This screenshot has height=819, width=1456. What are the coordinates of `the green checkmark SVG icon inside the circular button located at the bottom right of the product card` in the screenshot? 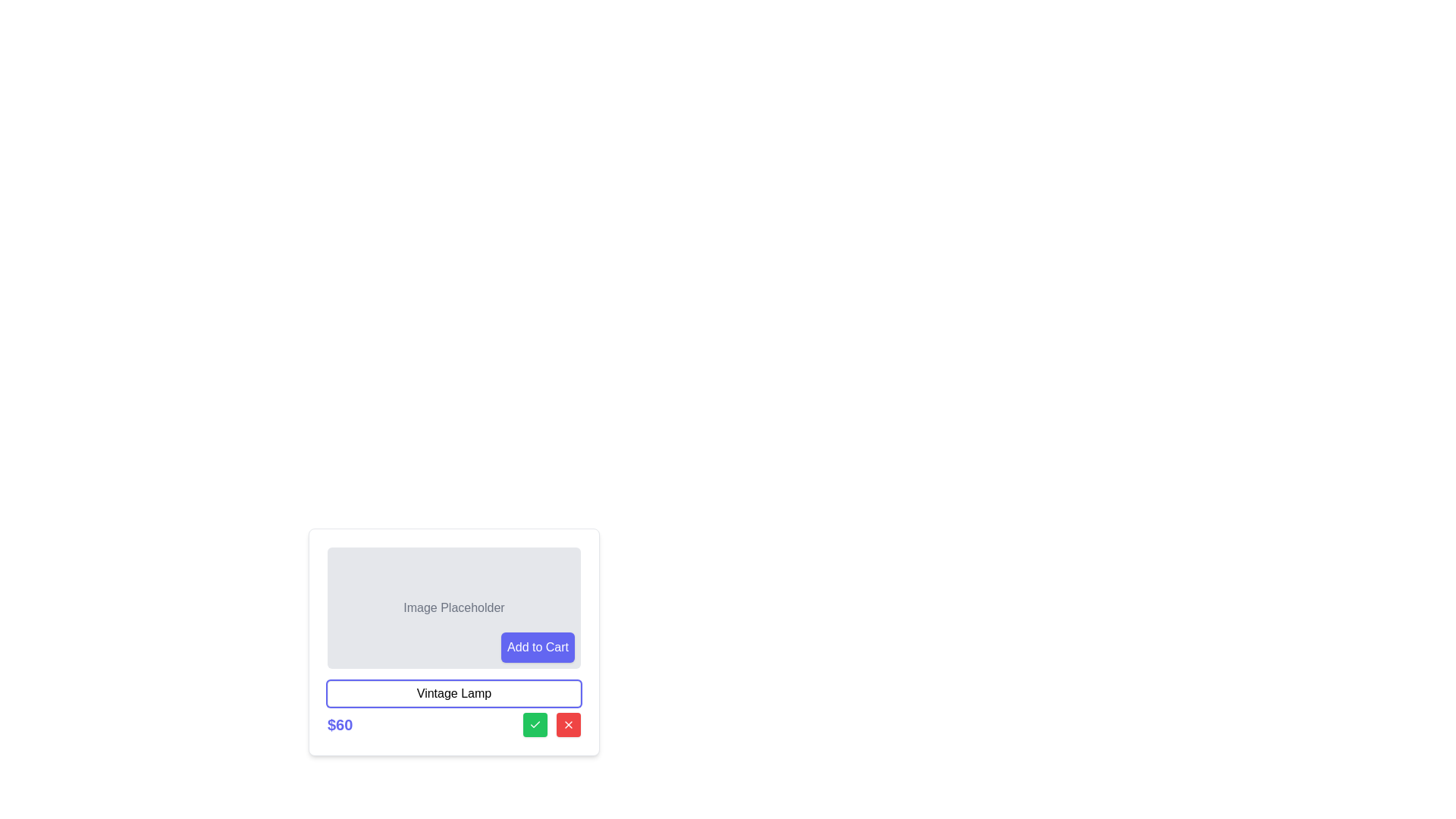 It's located at (535, 724).